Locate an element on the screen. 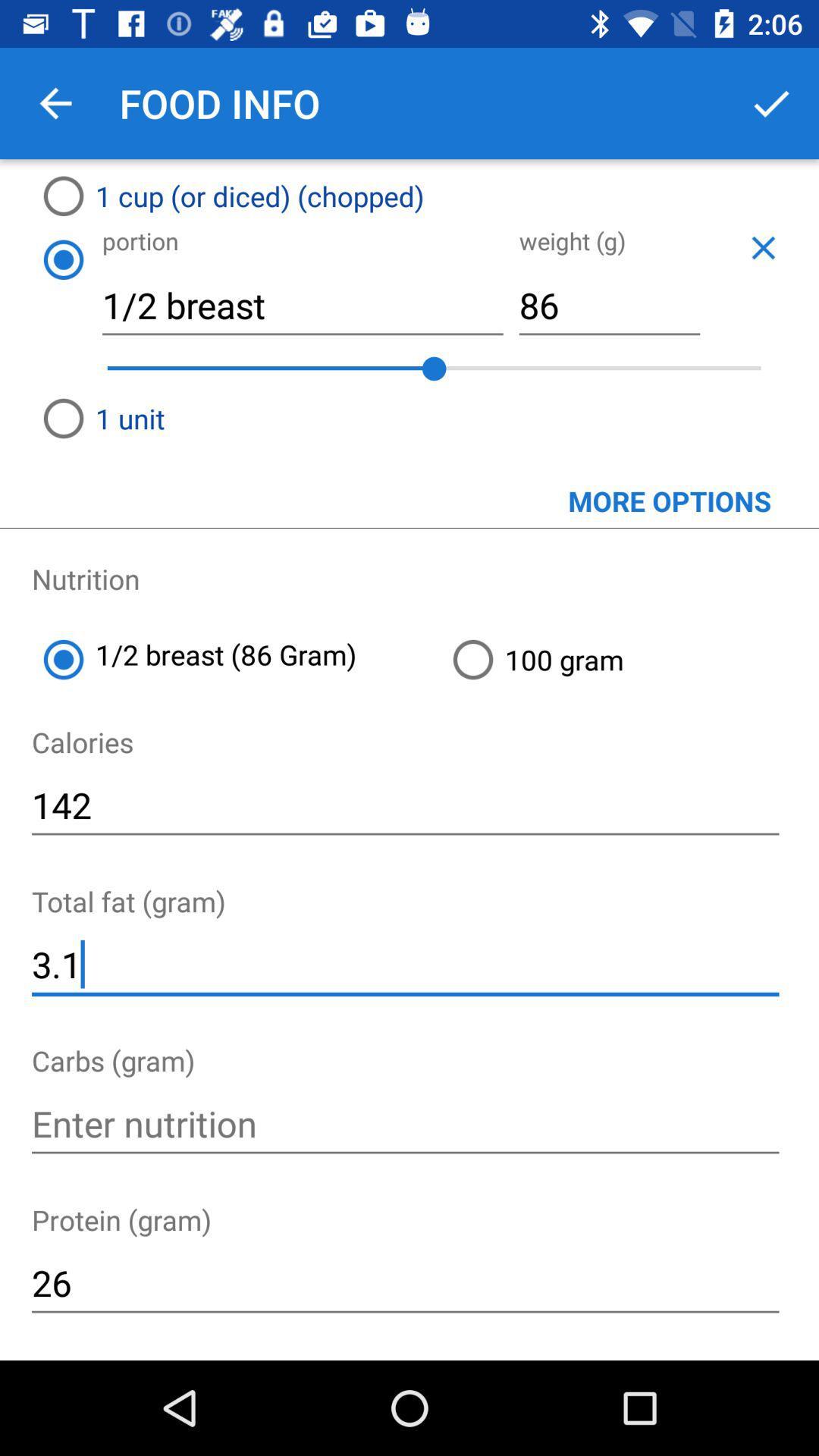 The height and width of the screenshot is (1456, 819). out of screen is located at coordinates (763, 247).